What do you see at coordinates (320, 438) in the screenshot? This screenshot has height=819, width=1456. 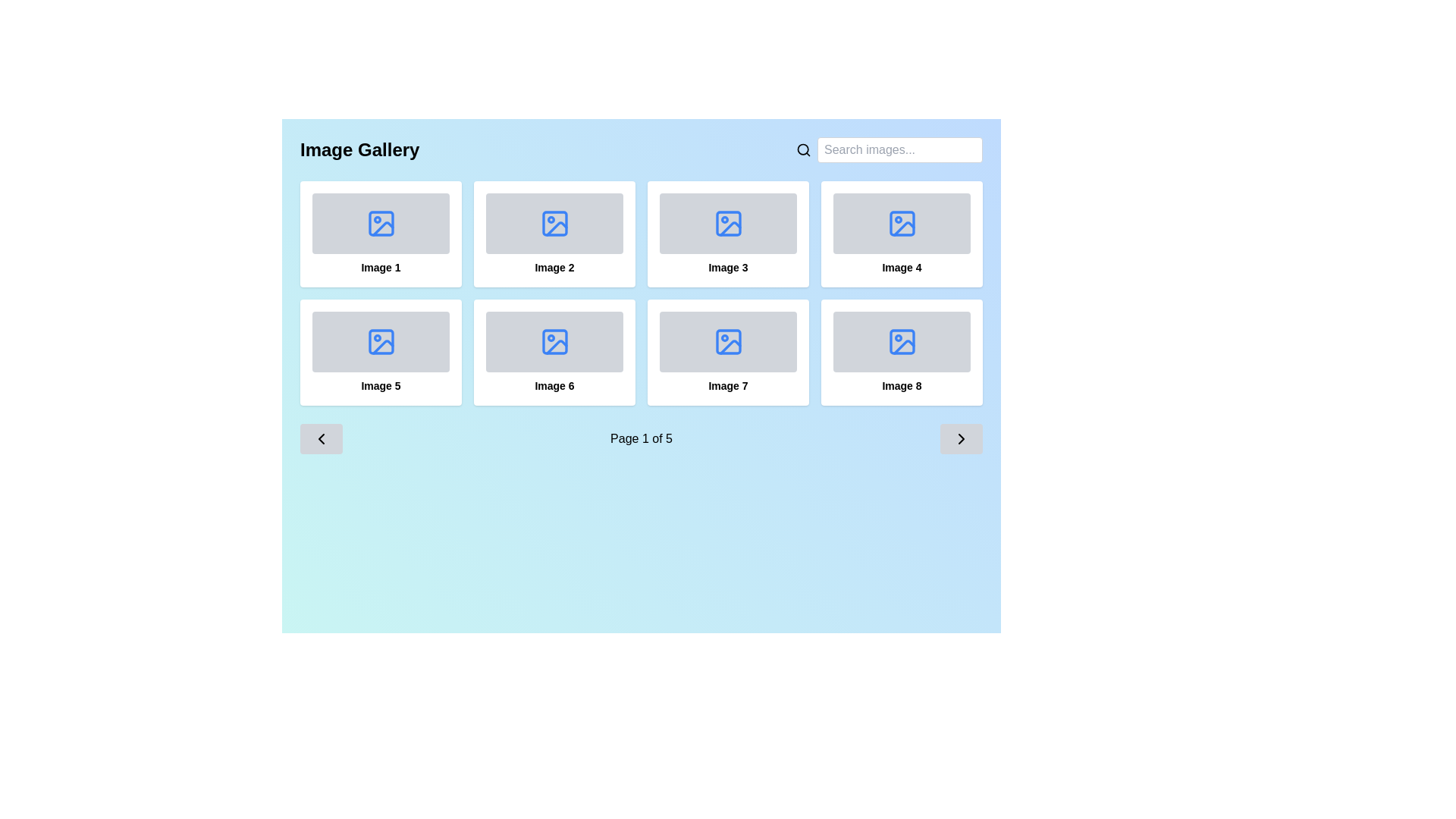 I see `the left-facing chevron icon button used for 'previous' navigation, located at the bottom-left corner of the gallery interface` at bounding box center [320, 438].